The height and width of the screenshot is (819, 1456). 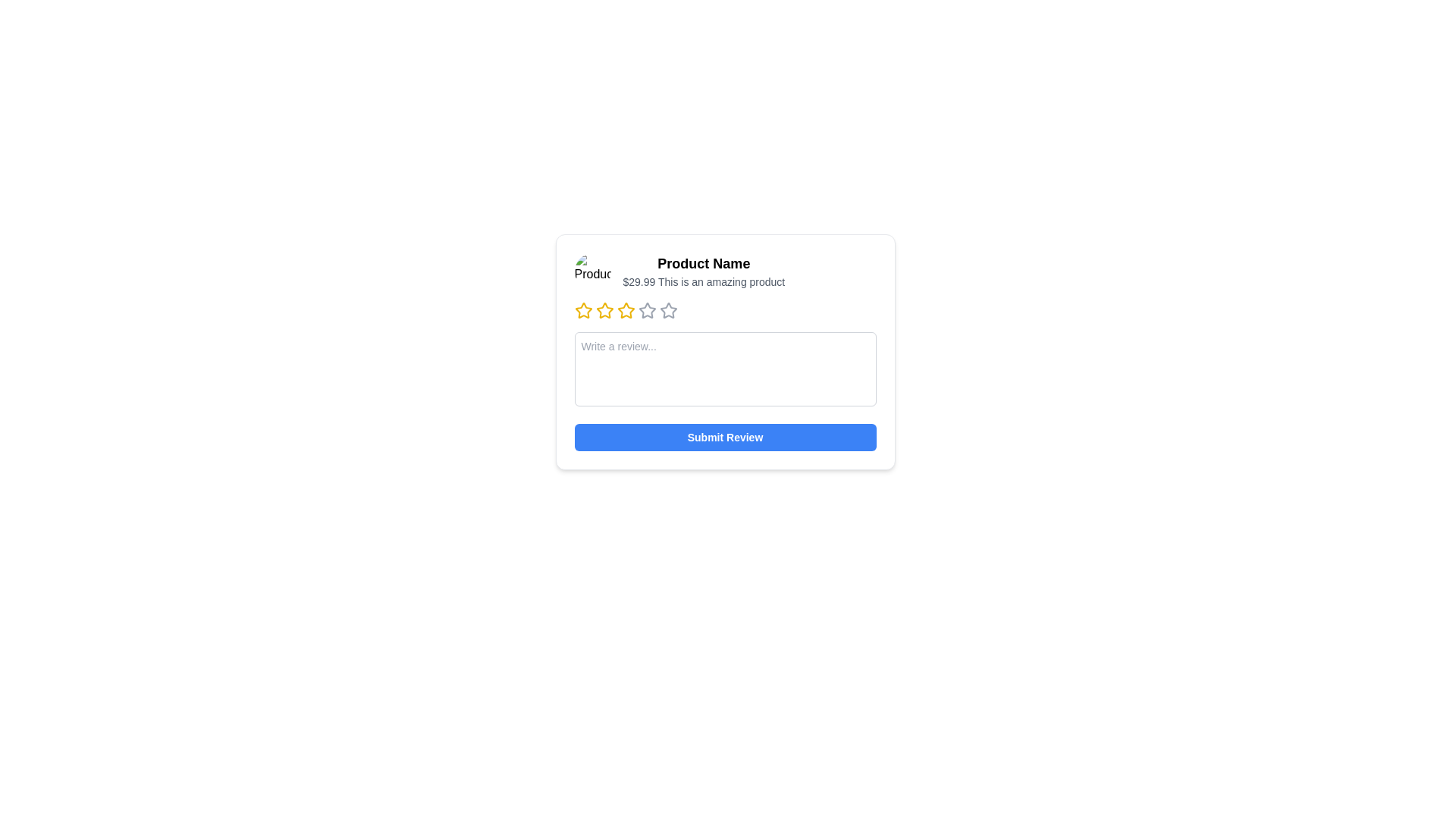 I want to click on the blue button labeled 'Submit Review' located at the bottom of the review panel, so click(x=724, y=438).